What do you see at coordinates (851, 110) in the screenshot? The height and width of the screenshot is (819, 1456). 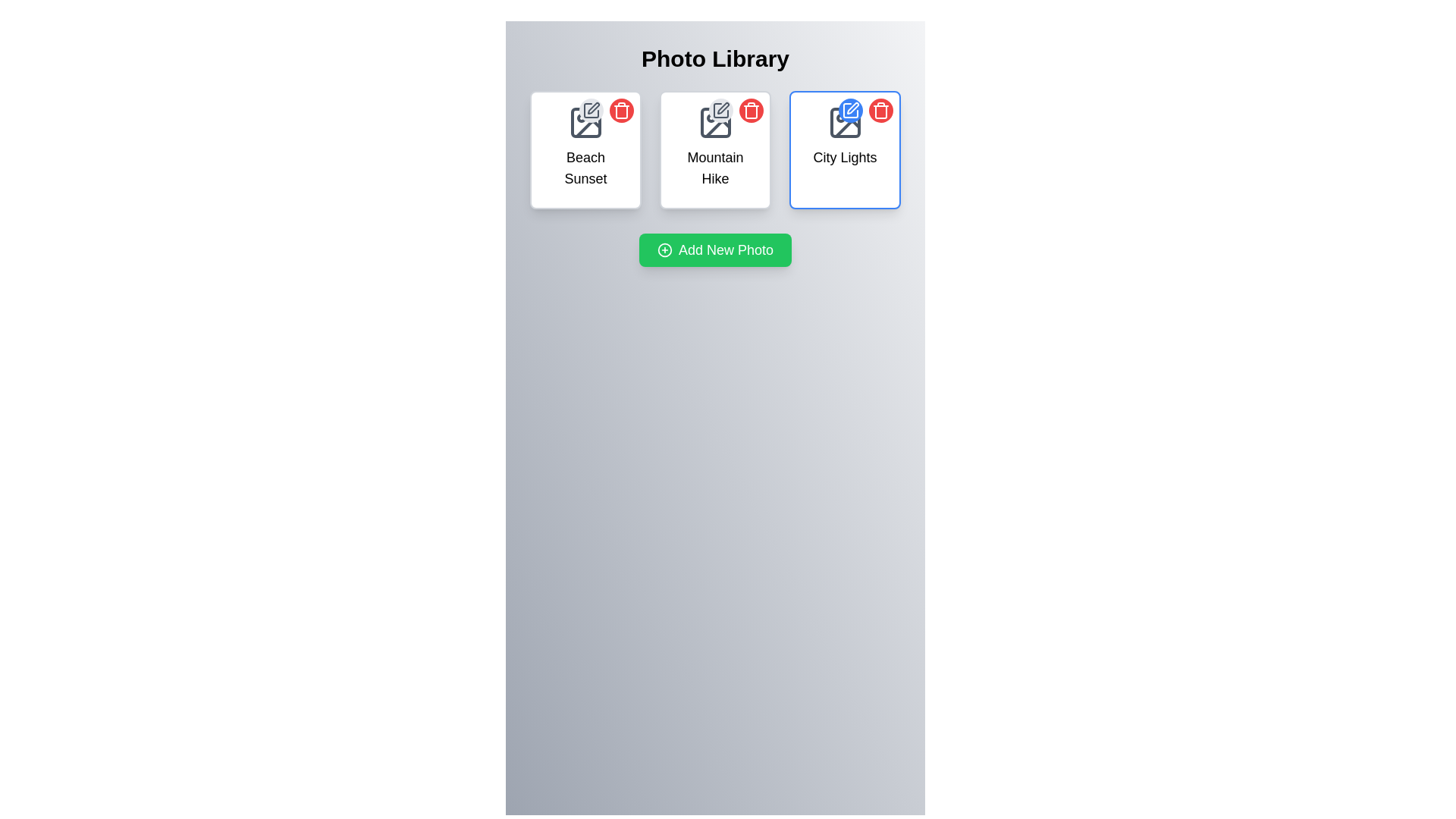 I see `the circular blue button with a white pen icon in the top-right corner of the 'City Lights' card` at bounding box center [851, 110].